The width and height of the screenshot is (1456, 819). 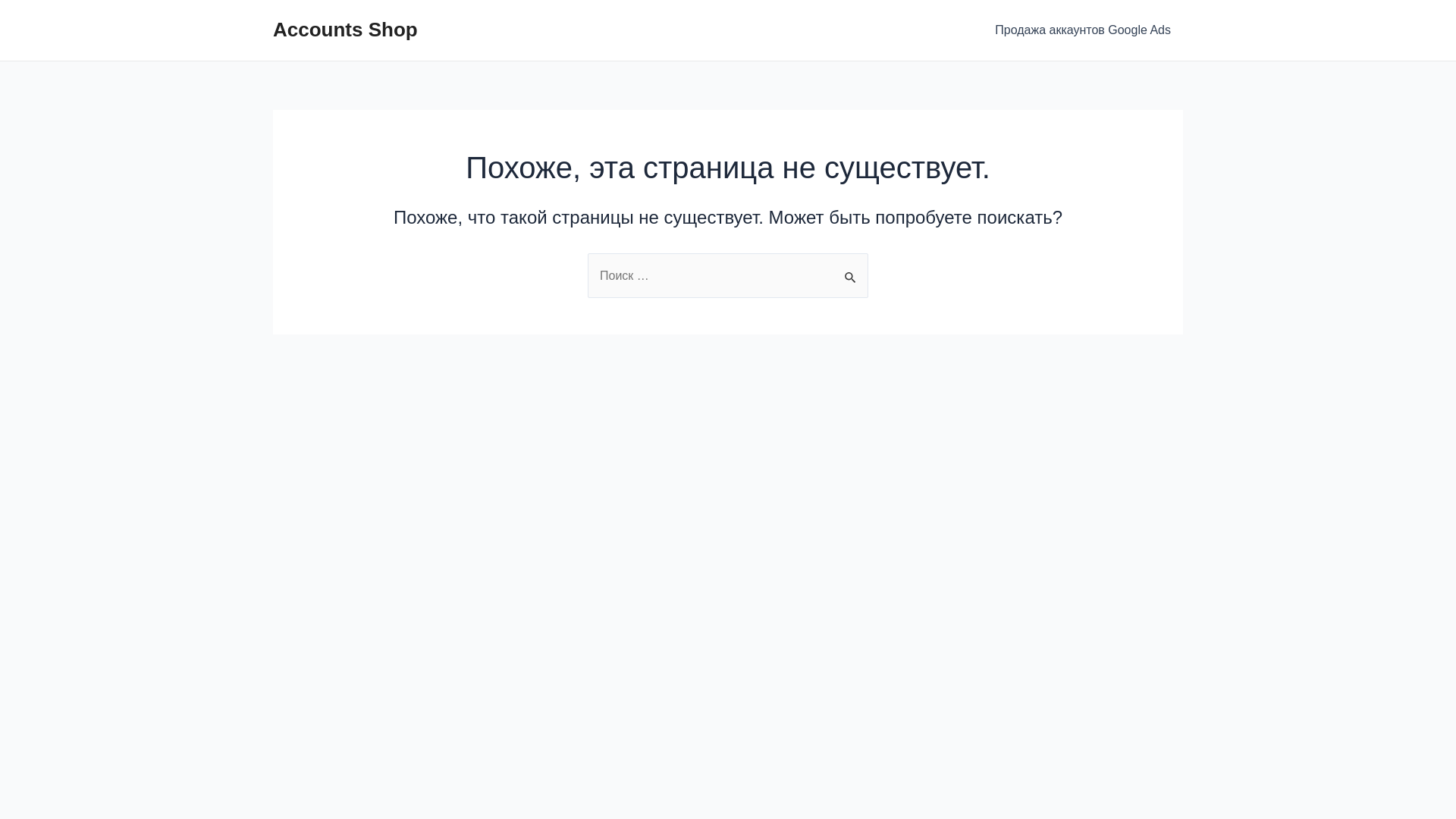 What do you see at coordinates (344, 29) in the screenshot?
I see `'Accounts Shop'` at bounding box center [344, 29].